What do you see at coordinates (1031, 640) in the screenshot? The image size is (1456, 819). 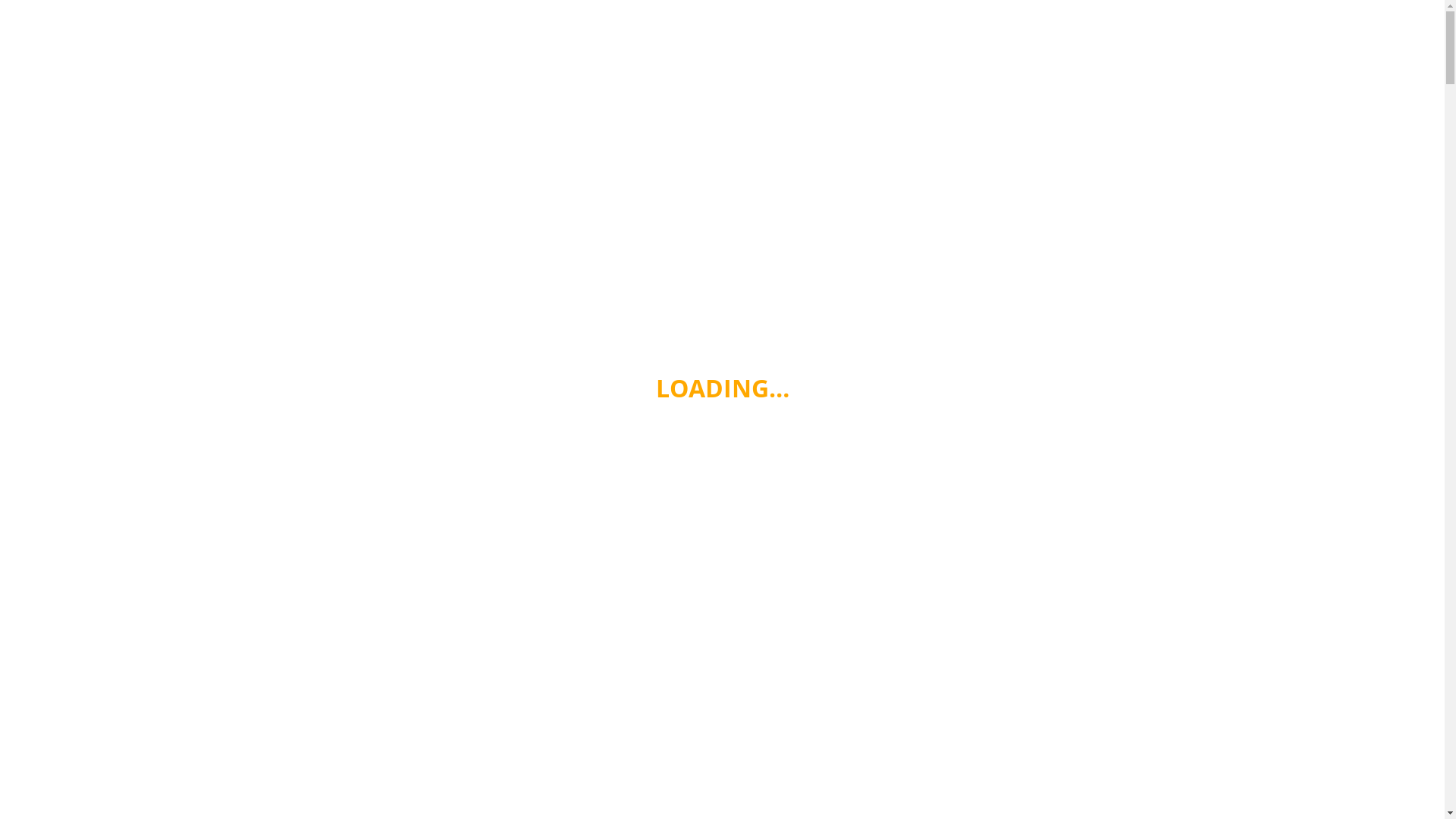 I see `'6 Ways to Use Kelp Noodles'` at bounding box center [1031, 640].